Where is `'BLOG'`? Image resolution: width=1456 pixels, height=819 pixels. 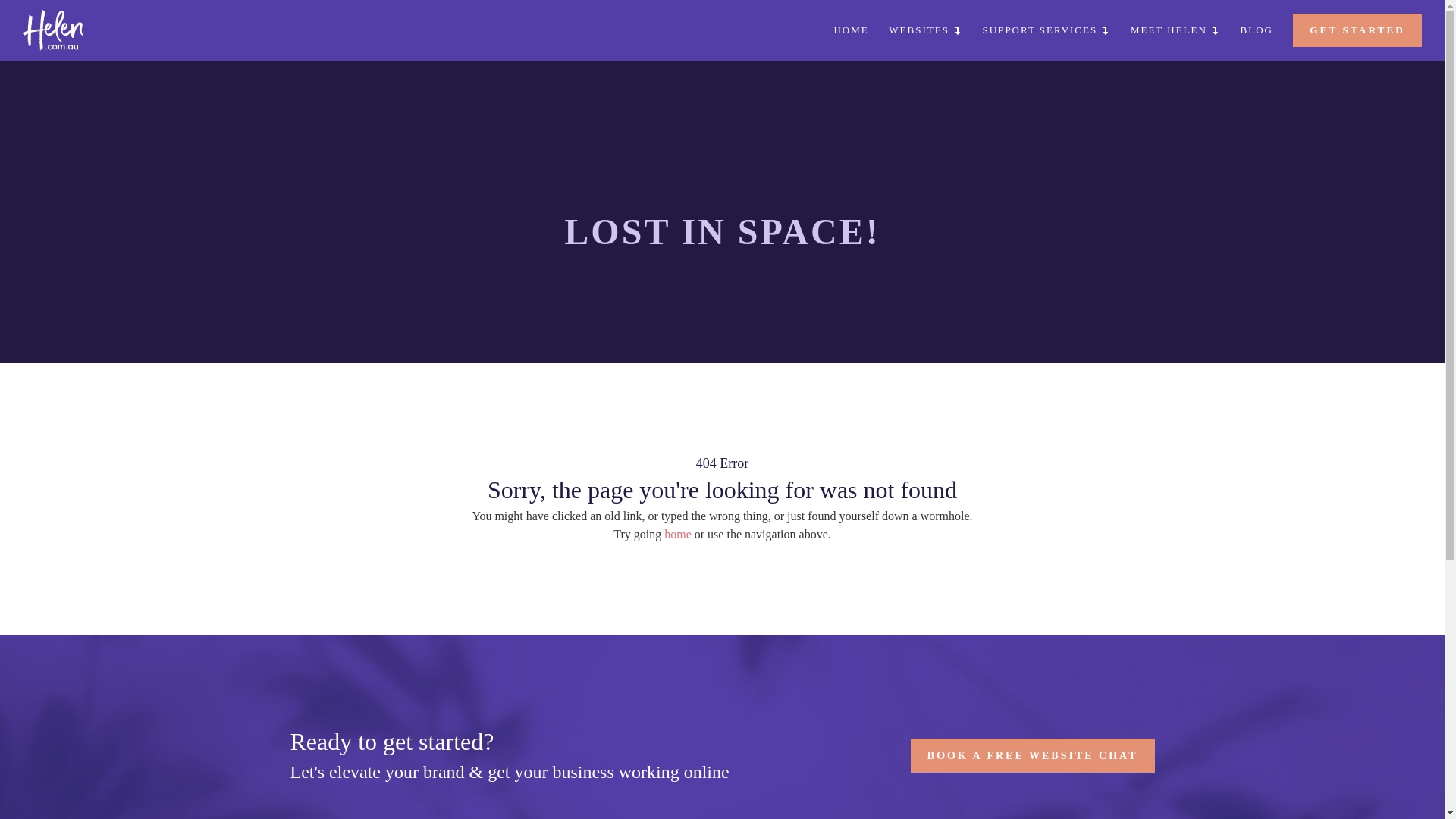
'BLOG' is located at coordinates (1256, 30).